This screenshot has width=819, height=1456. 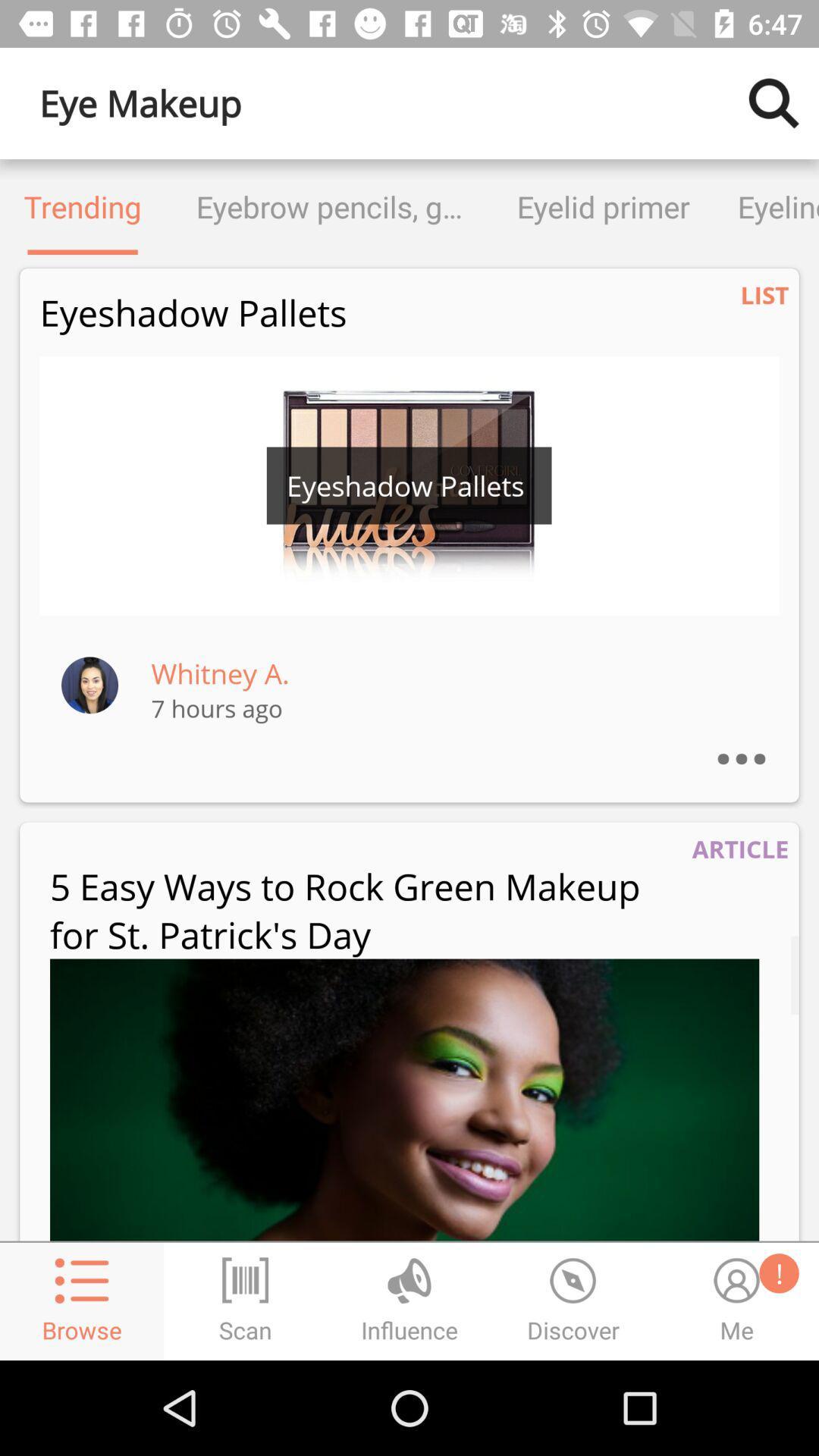 What do you see at coordinates (365, 910) in the screenshot?
I see `item next to the article item` at bounding box center [365, 910].